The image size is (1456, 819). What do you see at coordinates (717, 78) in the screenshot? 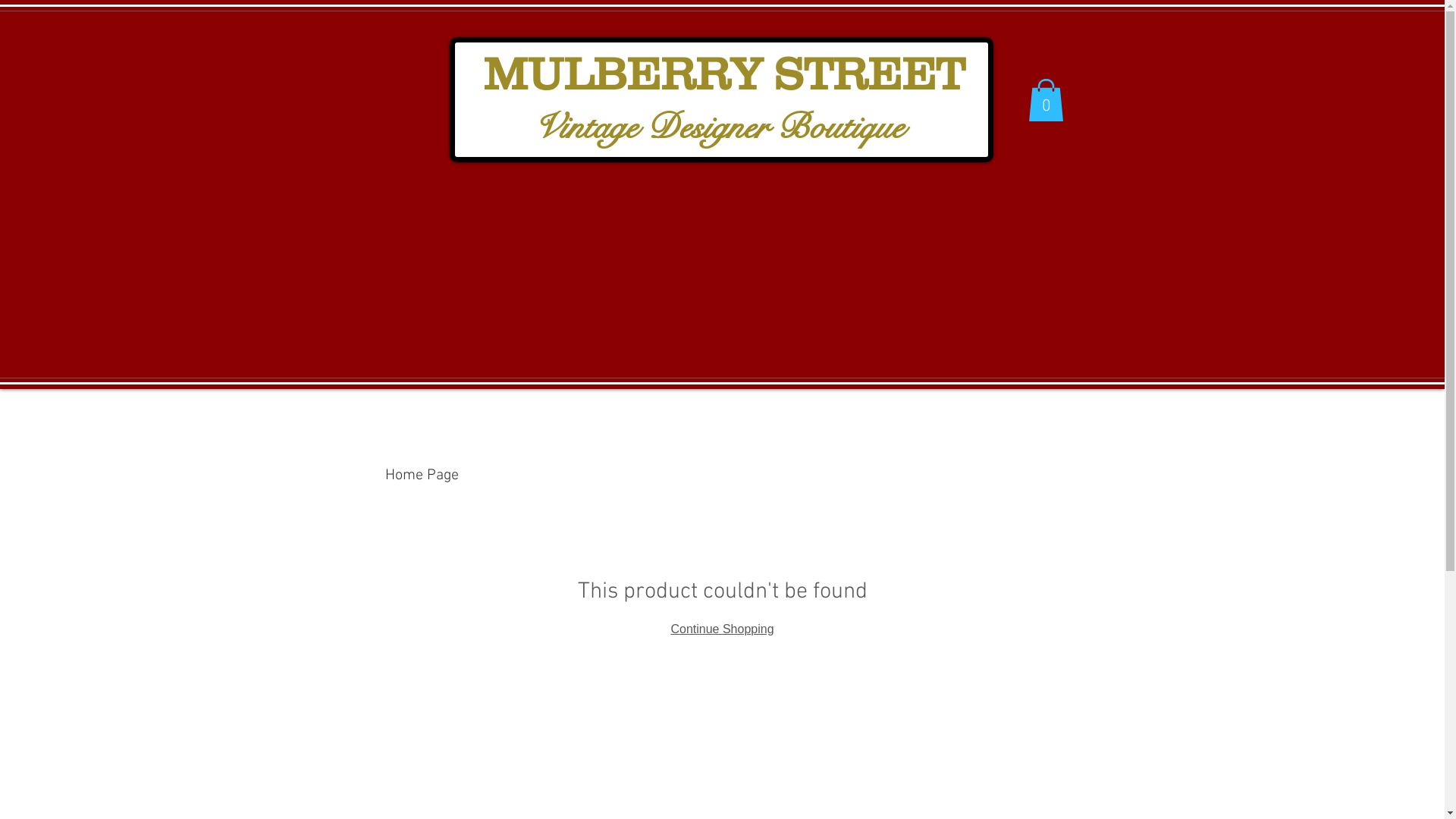
I see `' MULBERRY STREET'` at bounding box center [717, 78].